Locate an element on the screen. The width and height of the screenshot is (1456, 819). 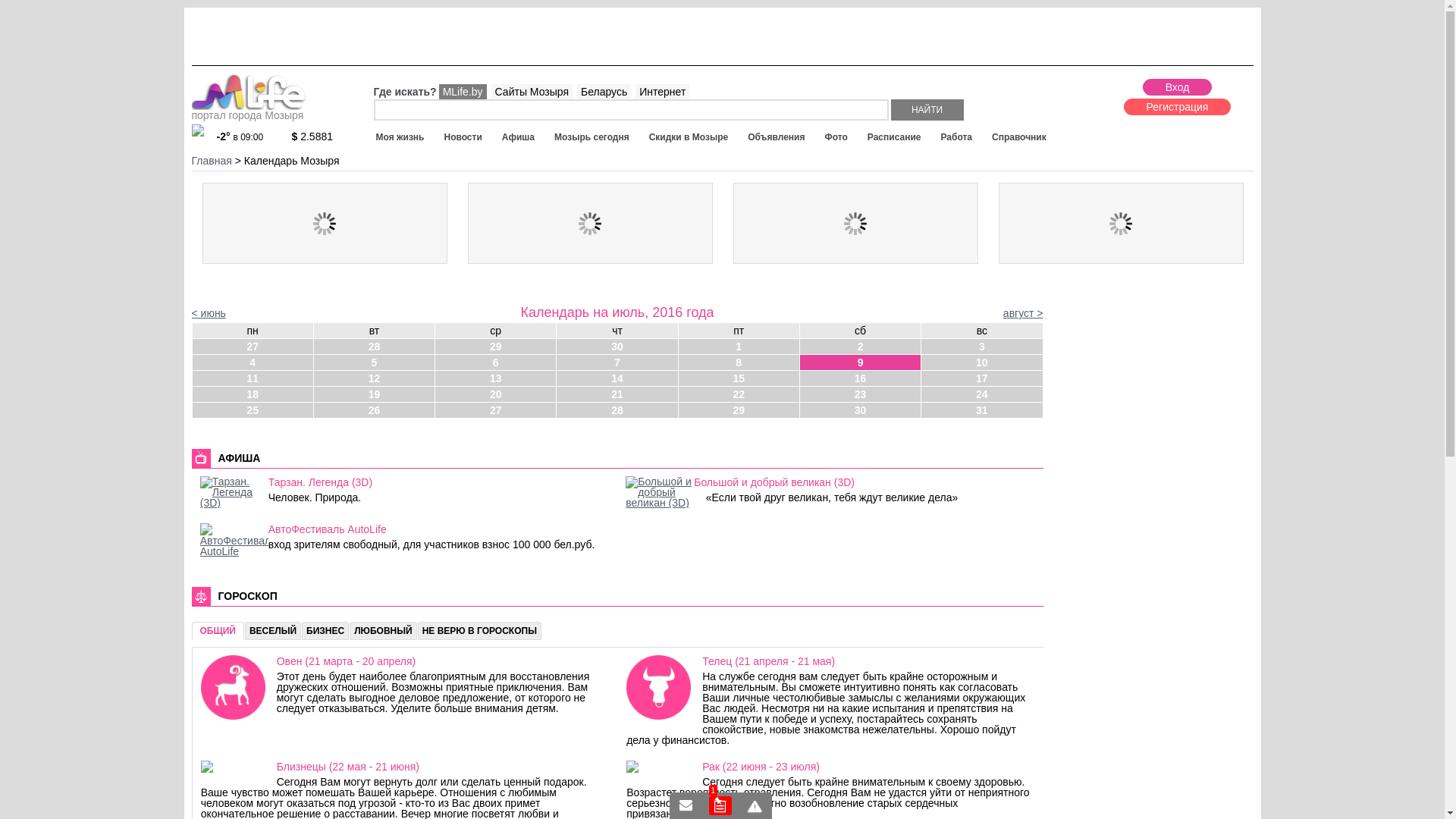
'8' is located at coordinates (739, 362).